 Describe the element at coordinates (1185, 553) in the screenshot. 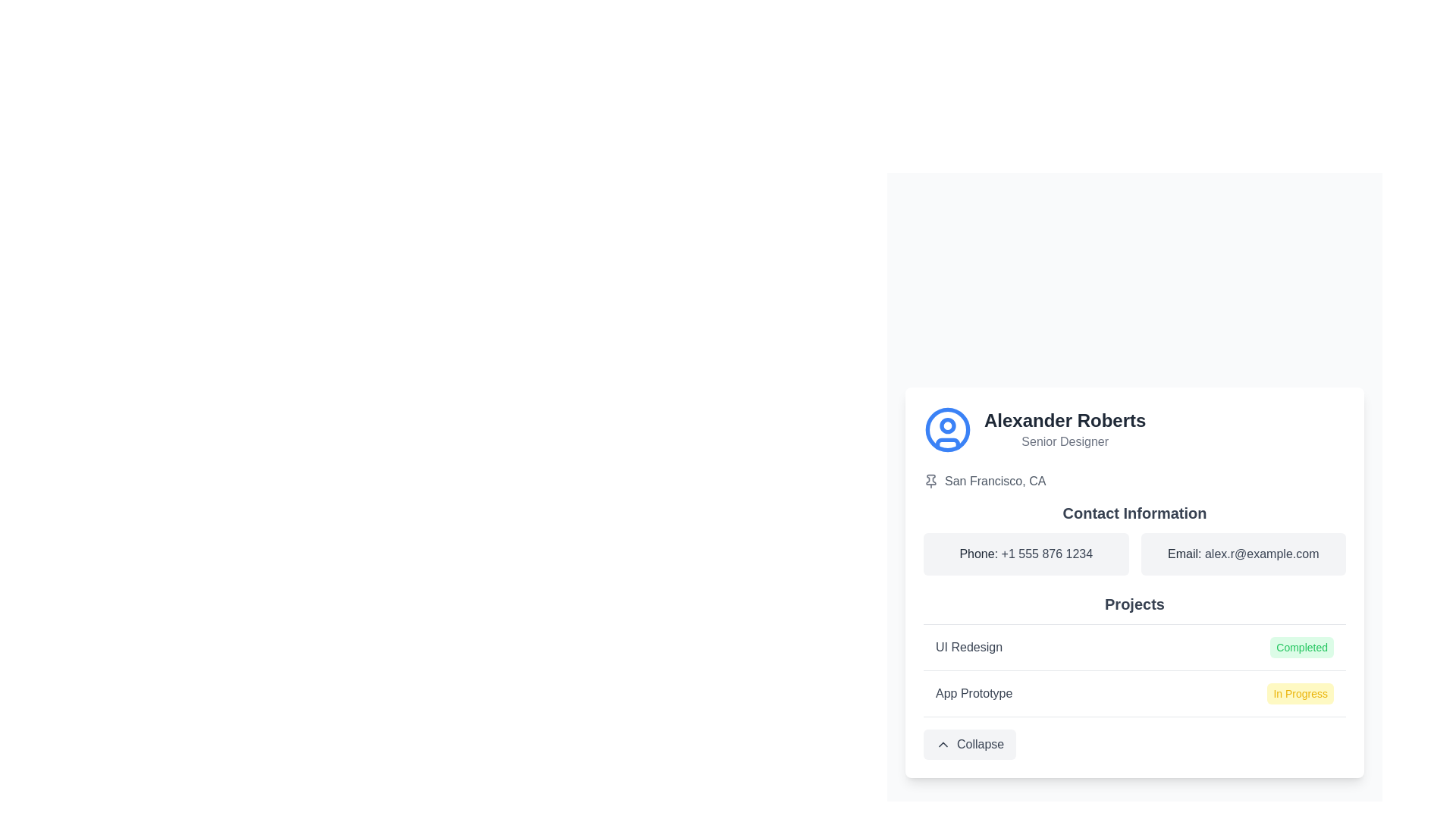

I see `the static text label that indicates the user's email address in the 'Contact Information' section on the right panel of the interface` at that location.